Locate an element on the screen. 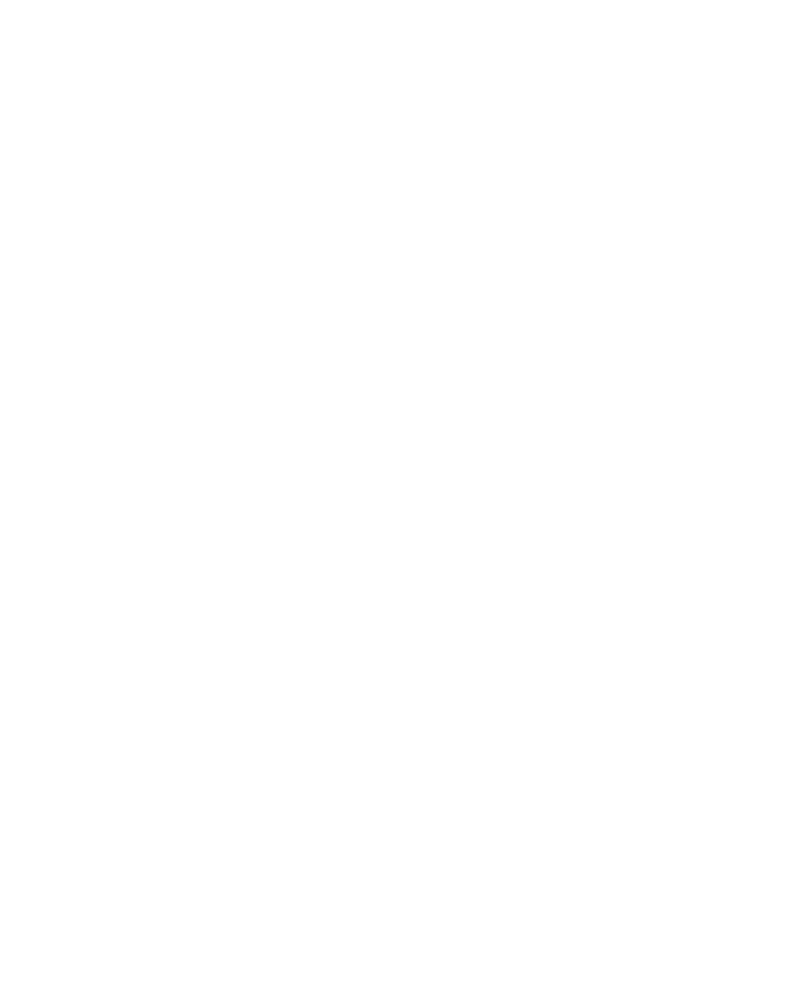 This screenshot has width=800, height=999. 'We built the new Sennheiser Lego microphone kit so you don’t have to…but you’ll want to.' is located at coordinates (354, 854).